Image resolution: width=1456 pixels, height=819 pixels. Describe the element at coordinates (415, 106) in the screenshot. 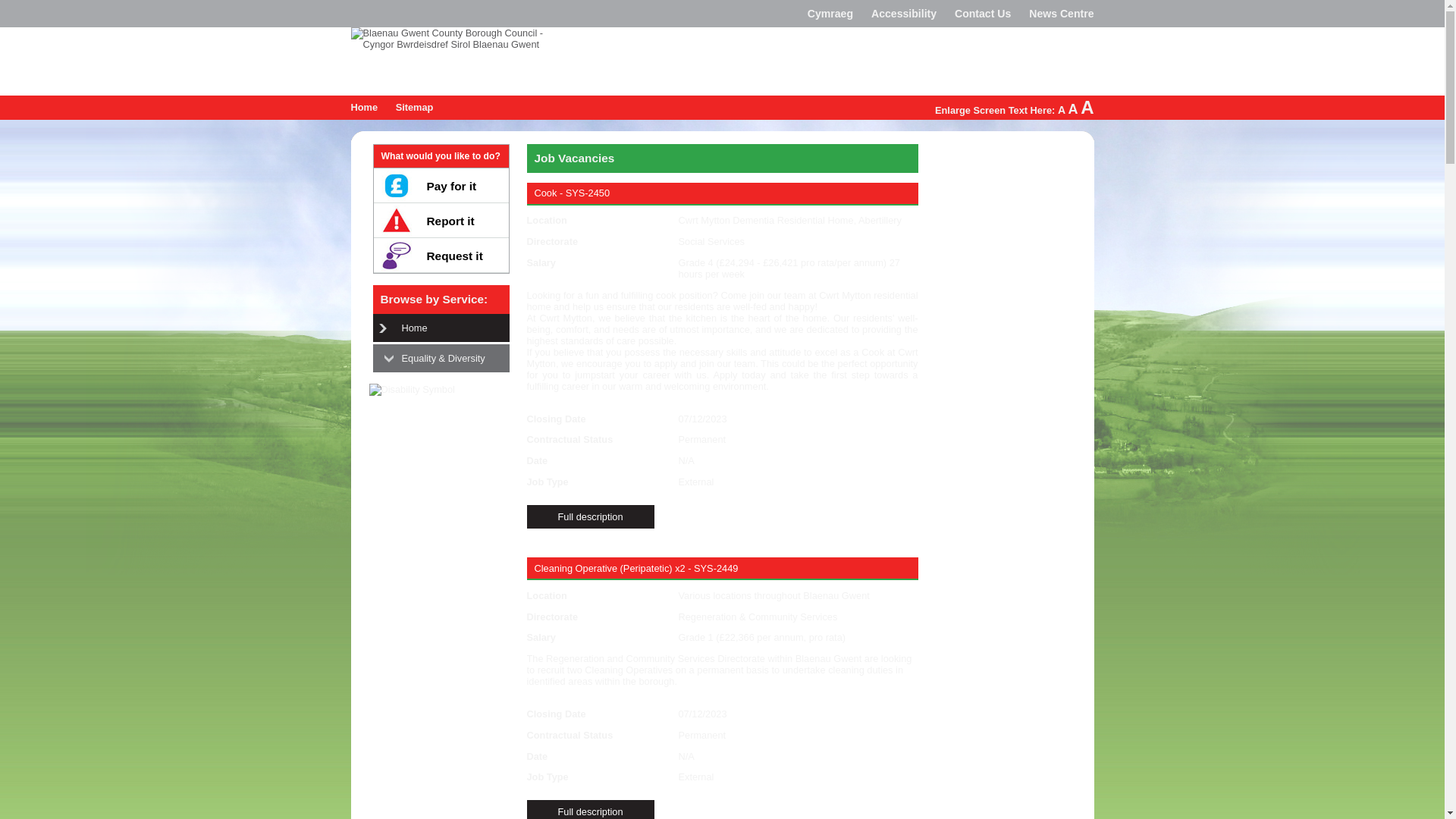

I see `'Sitemap'` at that location.